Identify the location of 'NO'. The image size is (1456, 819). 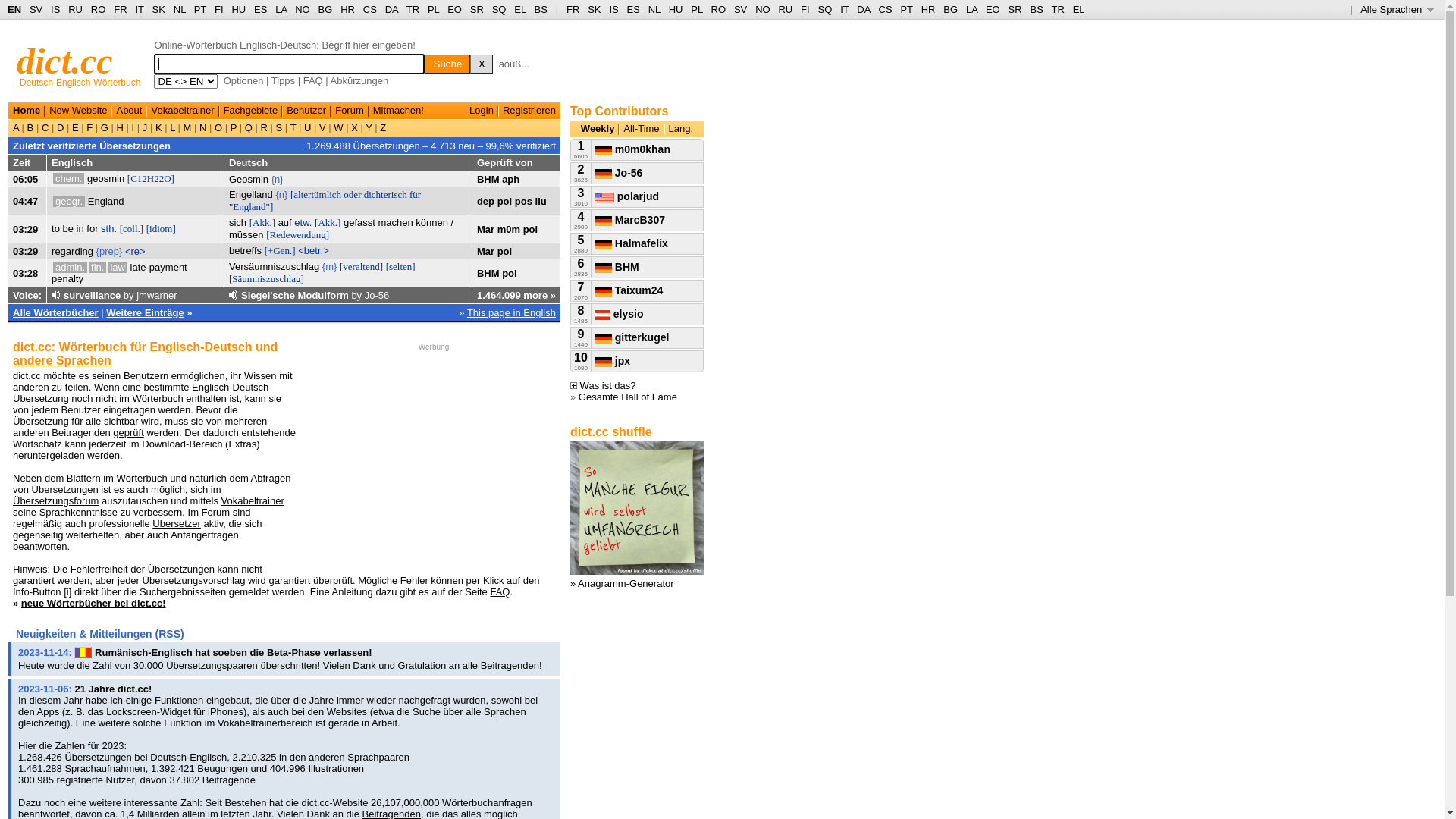
(302, 9).